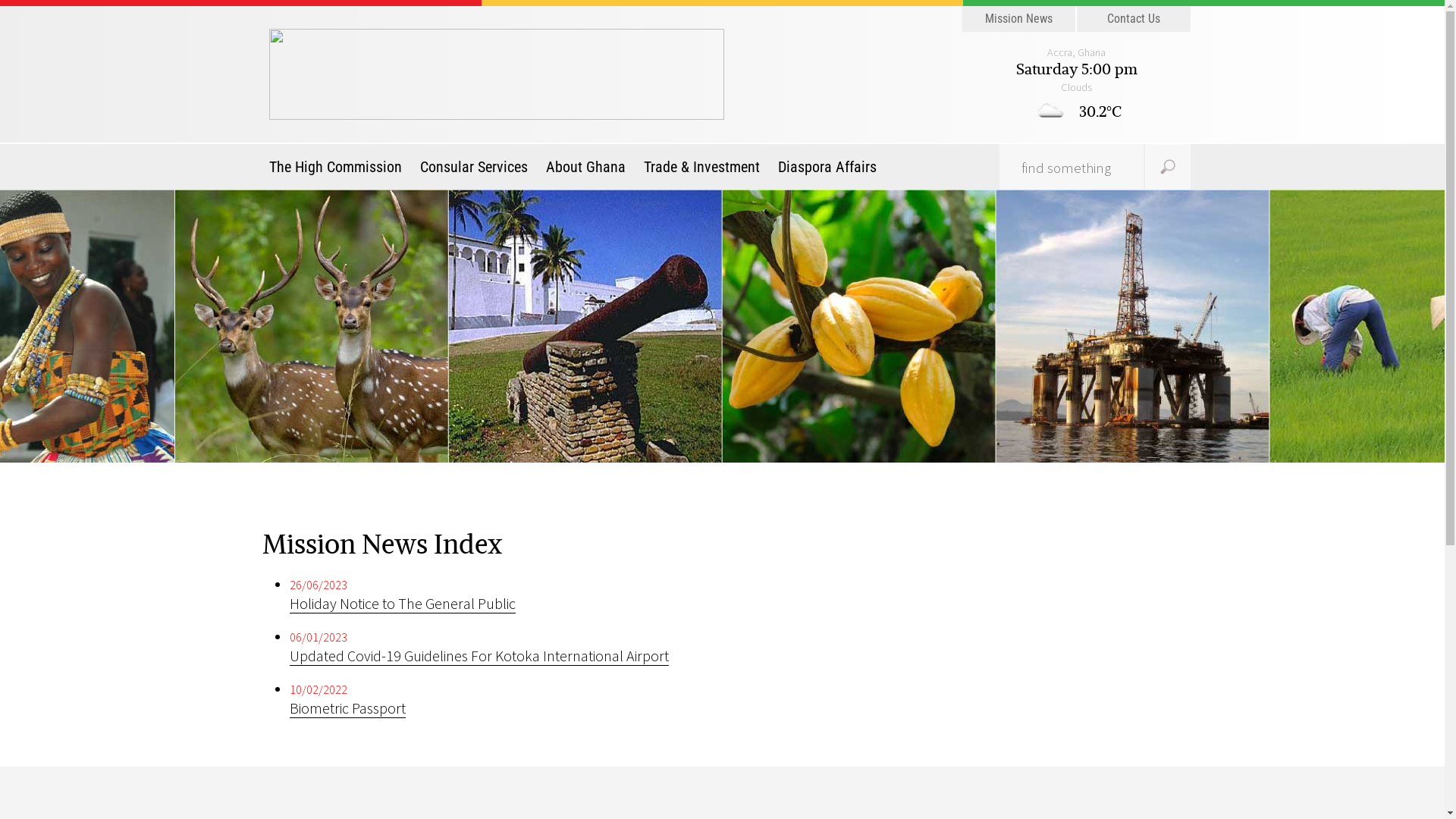 This screenshot has width=1456, height=819. Describe the element at coordinates (961, 18) in the screenshot. I see `'Mission News'` at that location.